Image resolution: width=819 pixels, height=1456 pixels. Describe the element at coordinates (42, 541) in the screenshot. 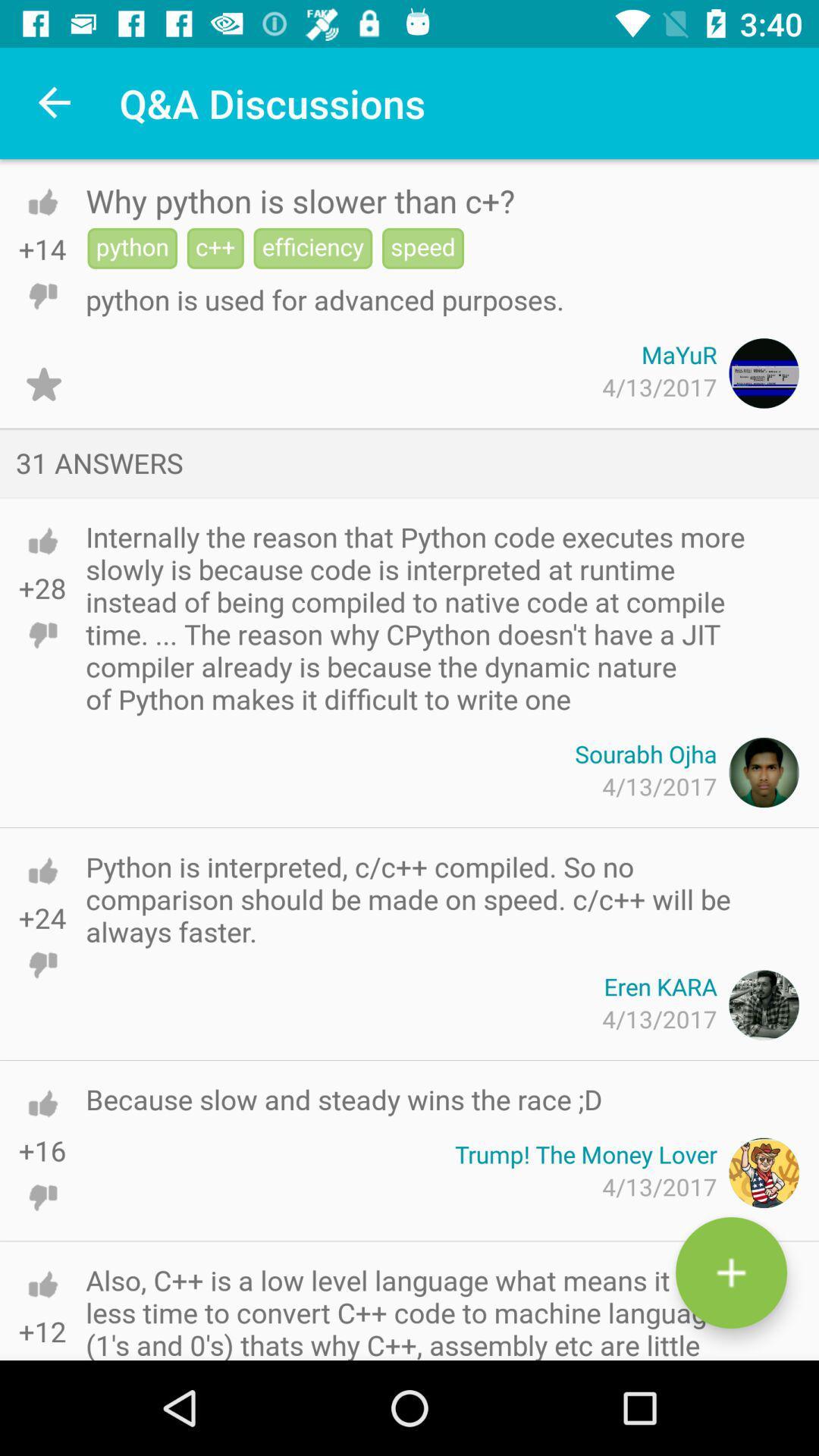

I see `upvote answer` at that location.